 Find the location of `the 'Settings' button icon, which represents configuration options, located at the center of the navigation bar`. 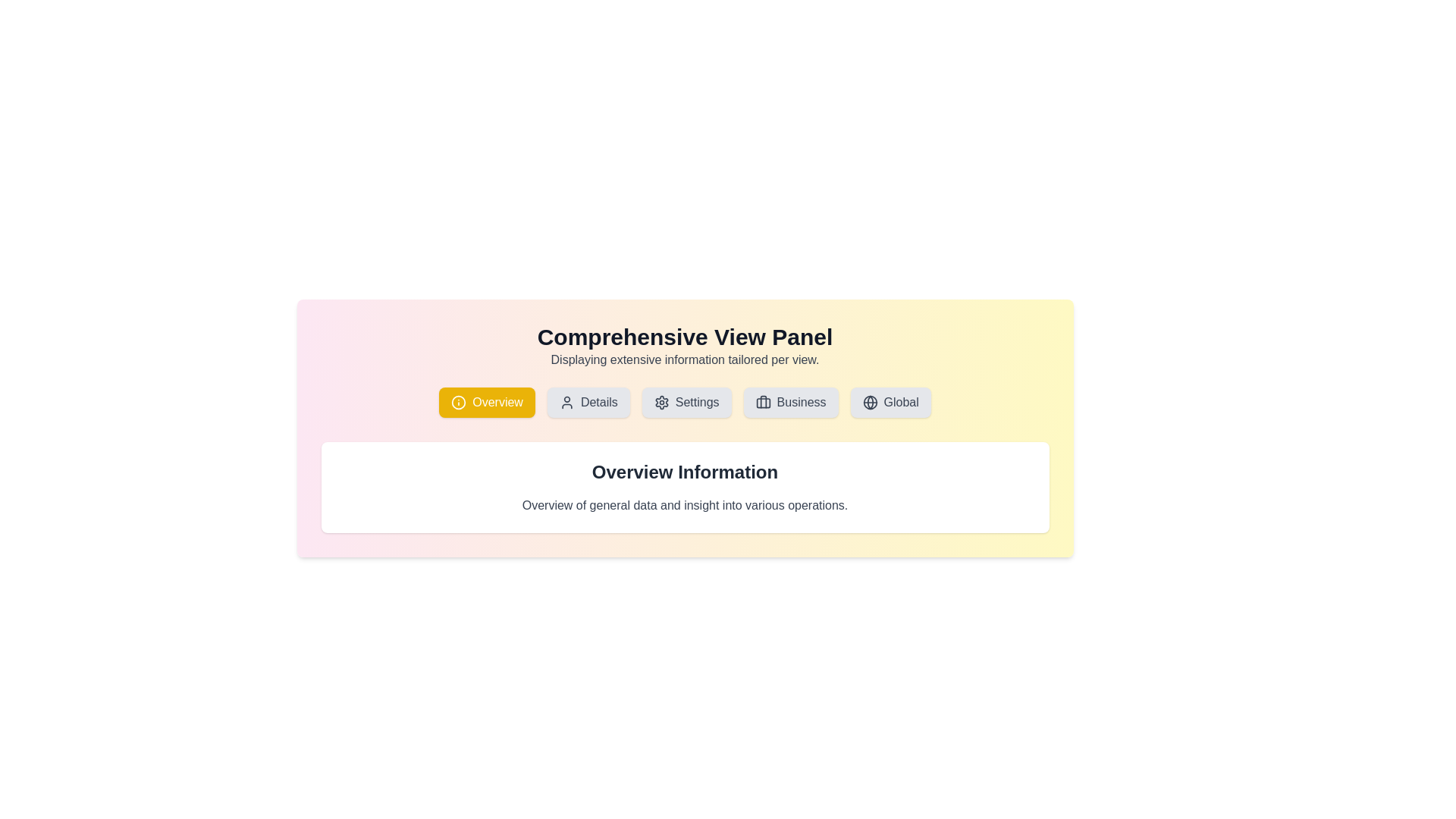

the 'Settings' button icon, which represents configuration options, located at the center of the navigation bar is located at coordinates (661, 402).